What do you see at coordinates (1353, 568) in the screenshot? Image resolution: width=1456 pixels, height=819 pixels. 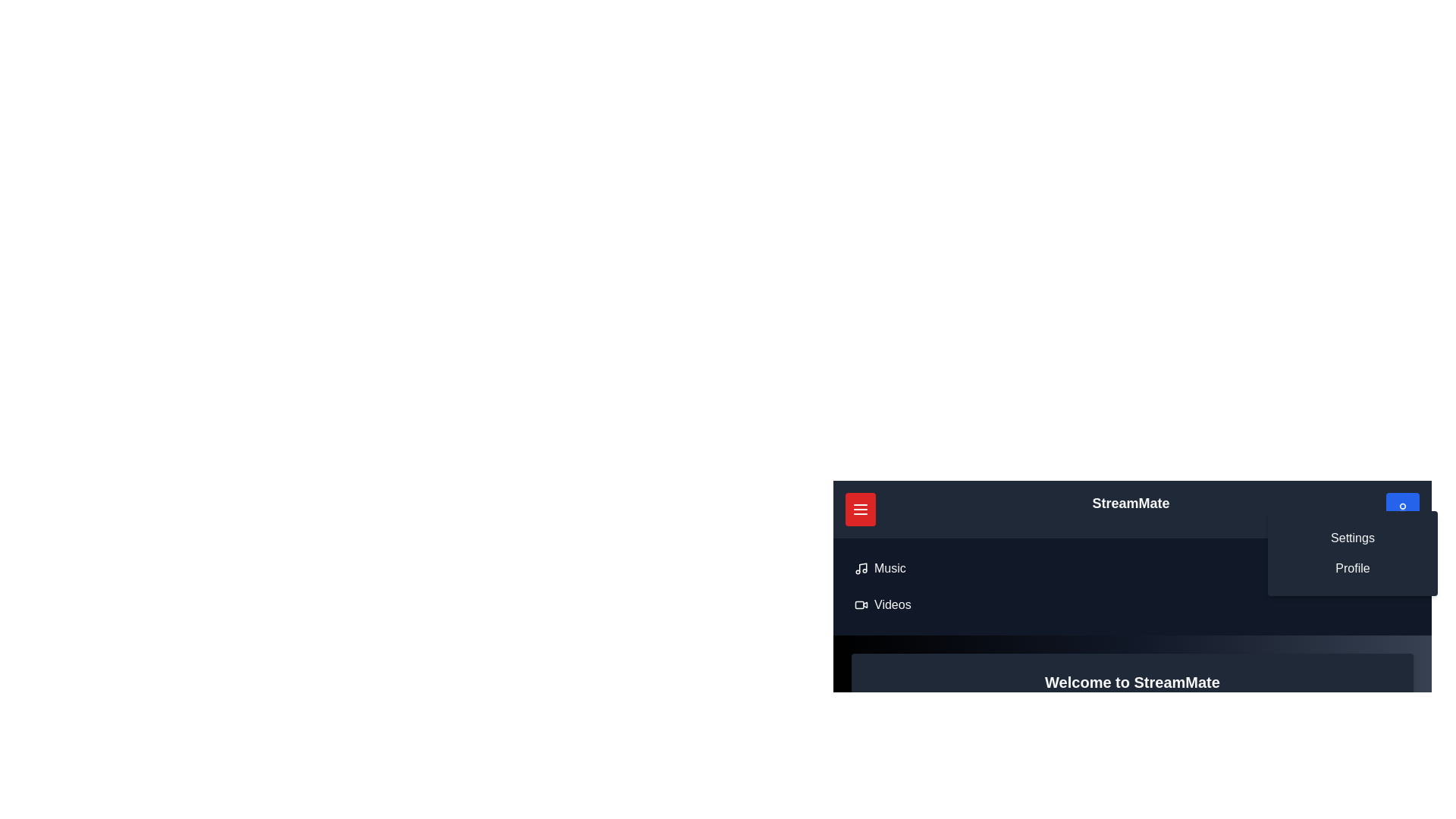 I see `the 'Profile' option in the profile menu` at bounding box center [1353, 568].